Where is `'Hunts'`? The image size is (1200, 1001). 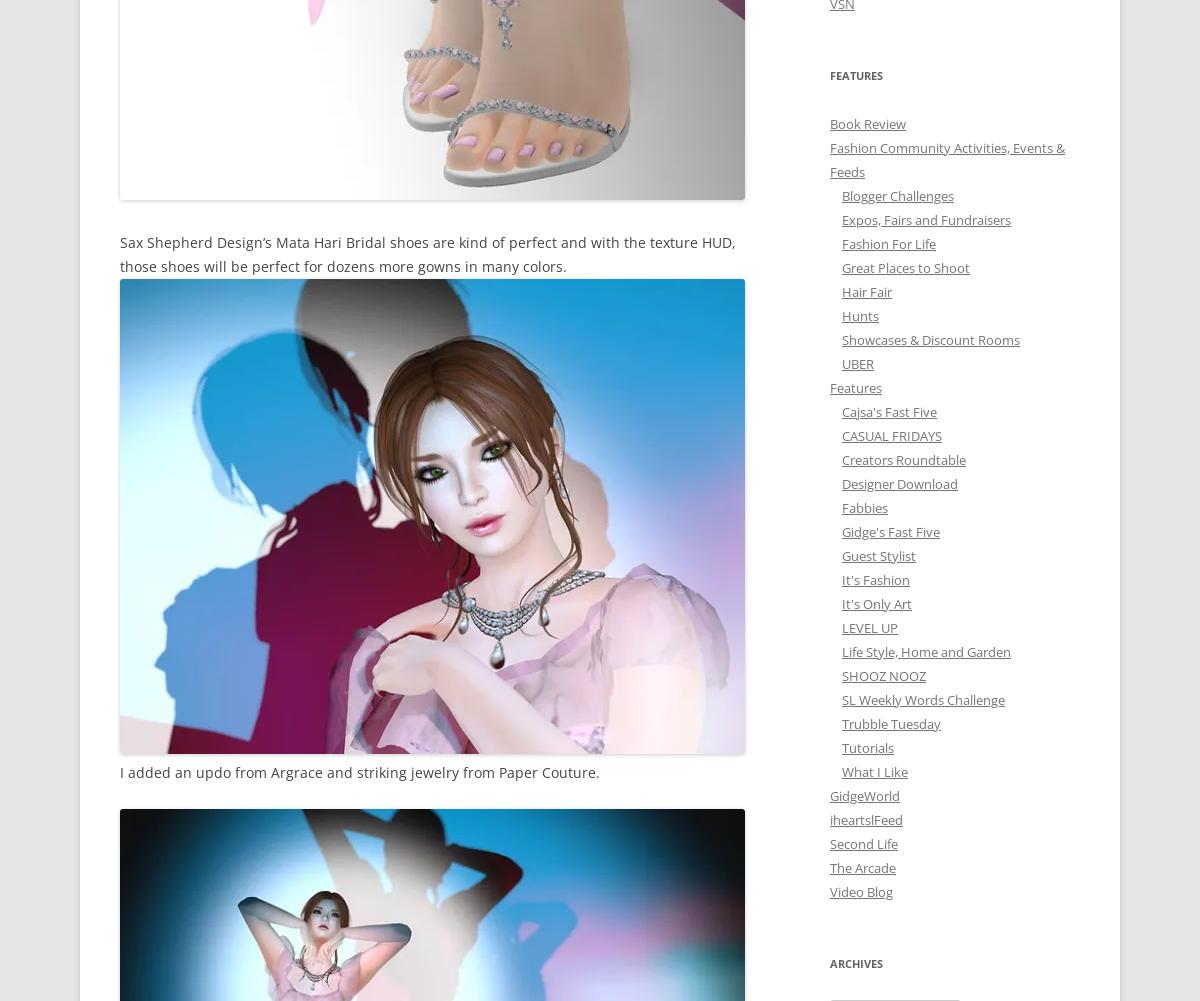 'Hunts' is located at coordinates (859, 315).